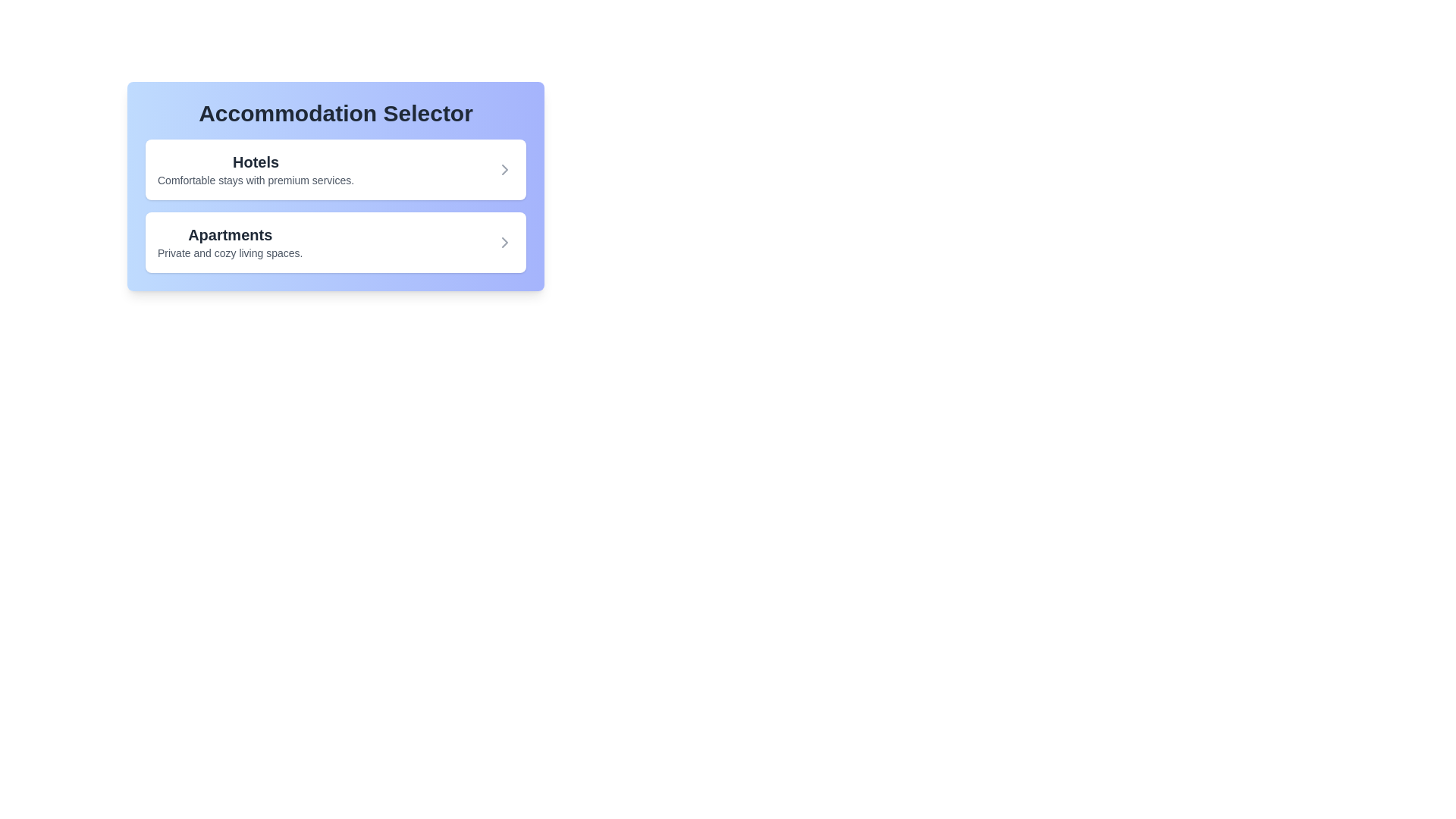 The height and width of the screenshot is (819, 1456). Describe the element at coordinates (229, 253) in the screenshot. I see `the static text label providing descriptive information about the 'Apartments' category, which highlights 'Private and cozy living spaces.' This label is located below the title 'Apartments' in the accommodation selector` at that location.